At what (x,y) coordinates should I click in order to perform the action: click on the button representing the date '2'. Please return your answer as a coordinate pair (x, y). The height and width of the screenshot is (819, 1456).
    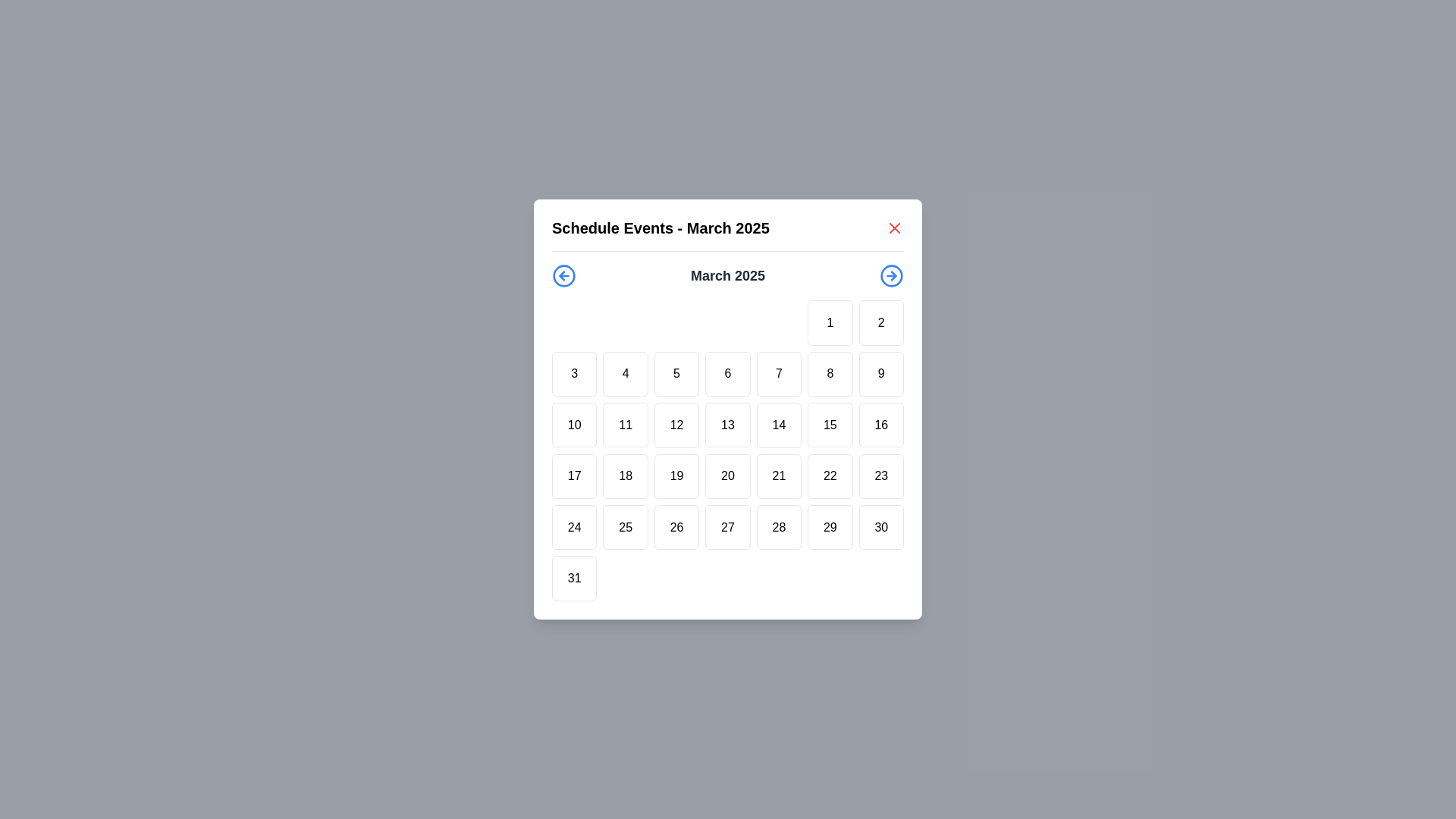
    Looking at the image, I should click on (881, 322).